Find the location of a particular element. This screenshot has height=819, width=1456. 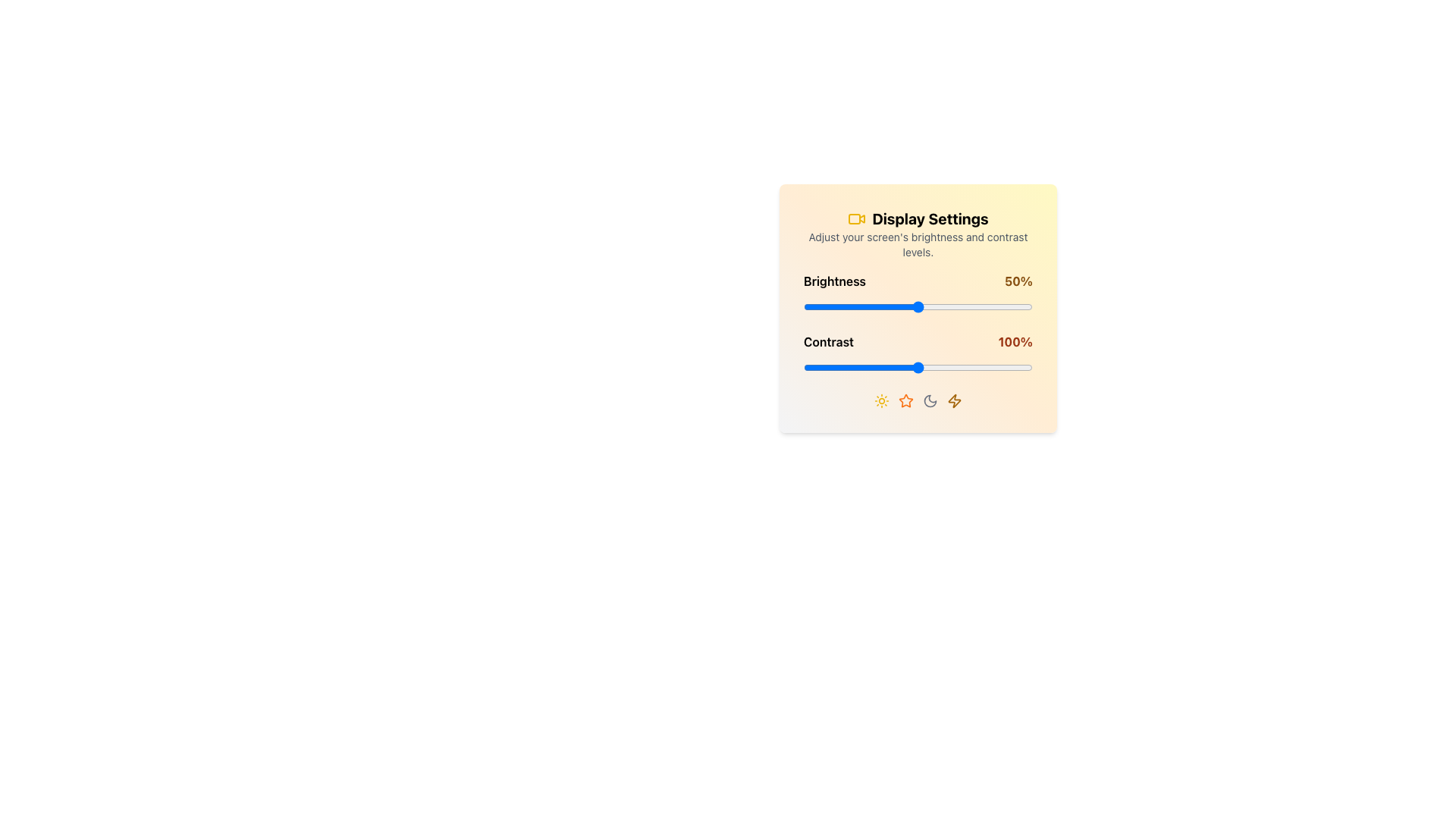

the third icon from the left in the row of icons at the bottom of the Display Settings panel is located at coordinates (930, 400).